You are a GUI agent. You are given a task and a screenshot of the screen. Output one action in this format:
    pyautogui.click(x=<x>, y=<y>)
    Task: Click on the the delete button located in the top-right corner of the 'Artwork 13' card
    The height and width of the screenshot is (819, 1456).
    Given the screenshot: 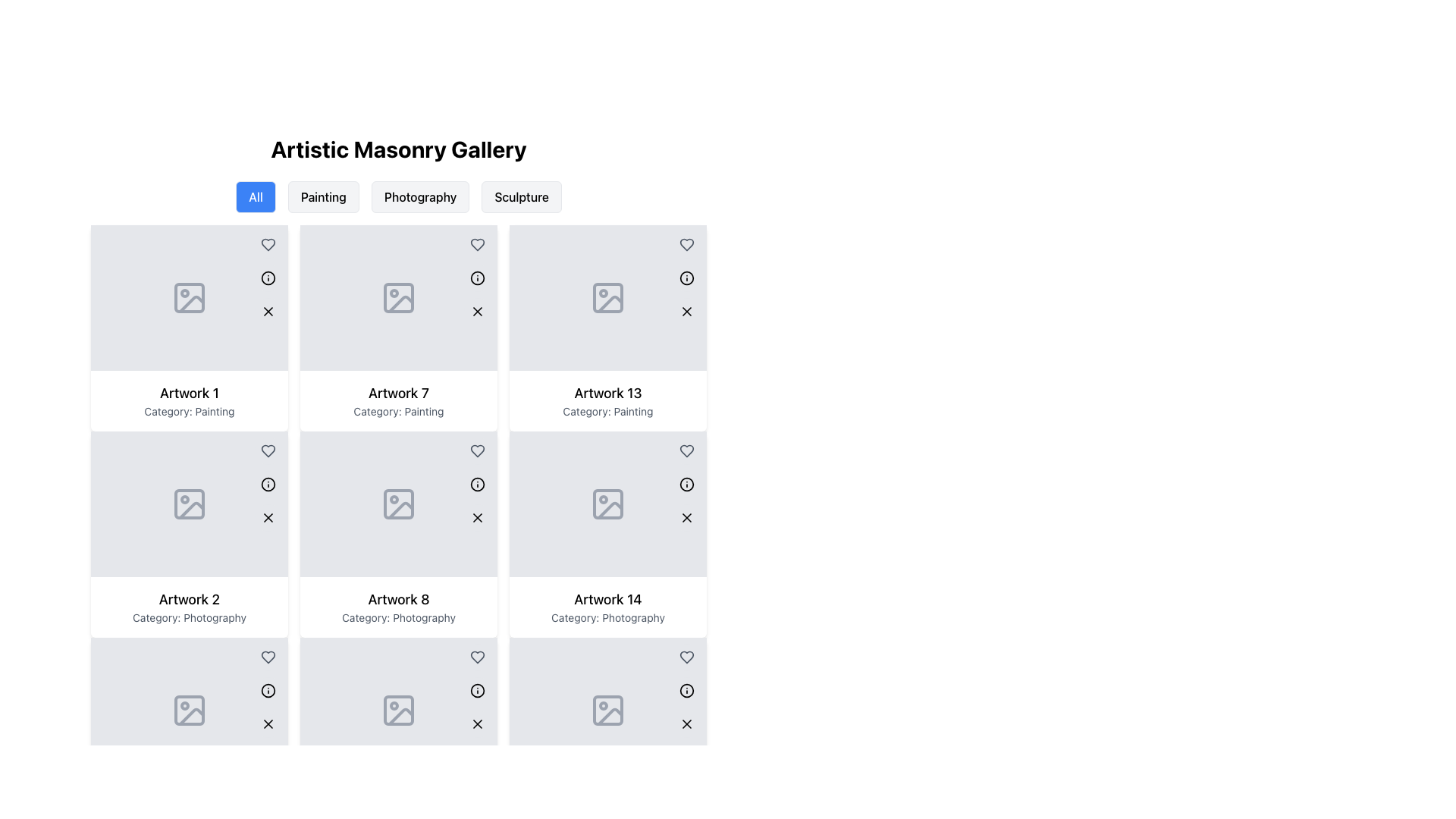 What is the action you would take?
    pyautogui.click(x=686, y=311)
    